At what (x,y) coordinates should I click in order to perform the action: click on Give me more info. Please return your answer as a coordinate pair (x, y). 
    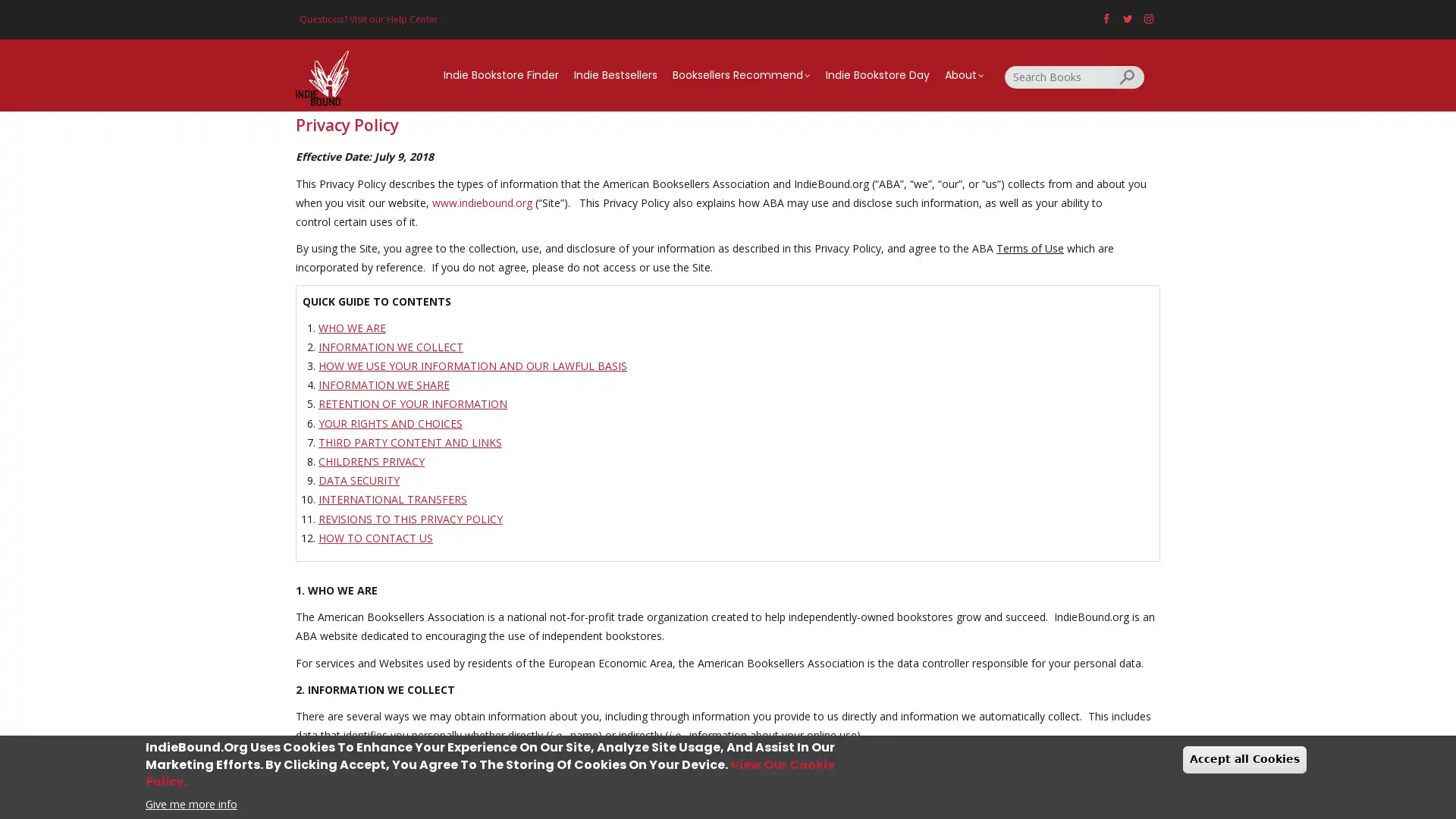
    Looking at the image, I should click on (190, 802).